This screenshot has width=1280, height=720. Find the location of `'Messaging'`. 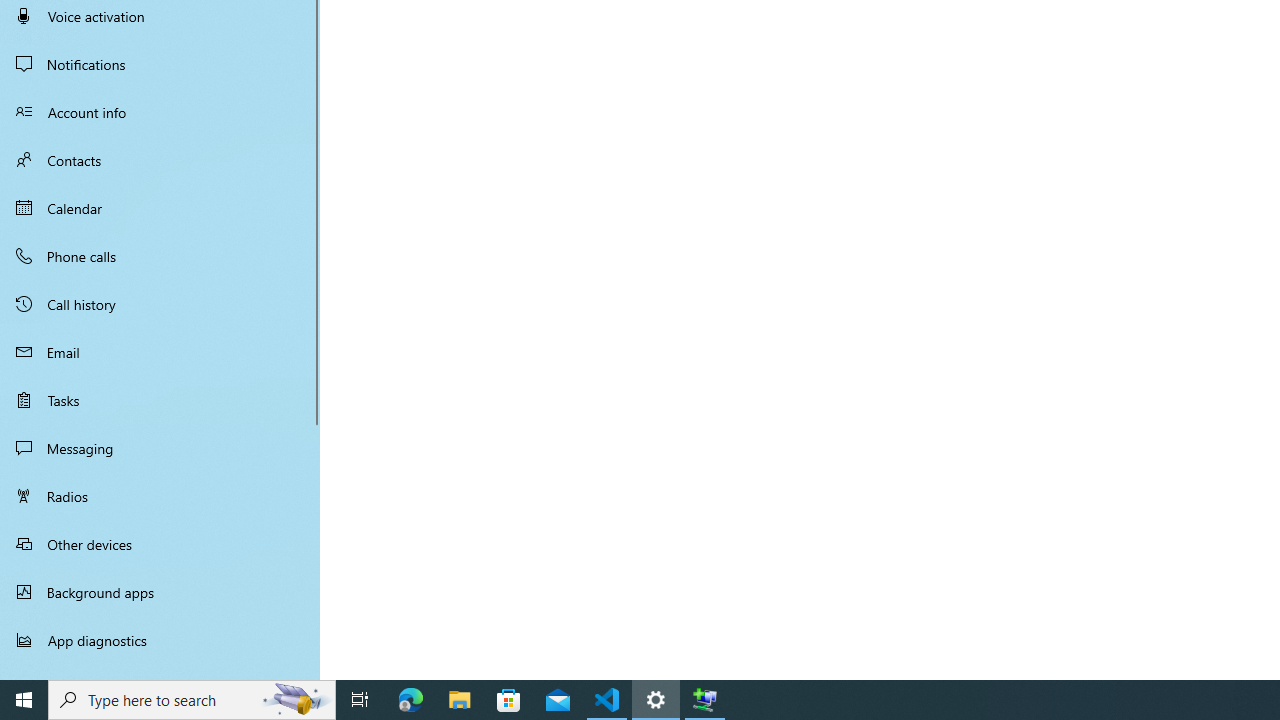

'Messaging' is located at coordinates (160, 447).